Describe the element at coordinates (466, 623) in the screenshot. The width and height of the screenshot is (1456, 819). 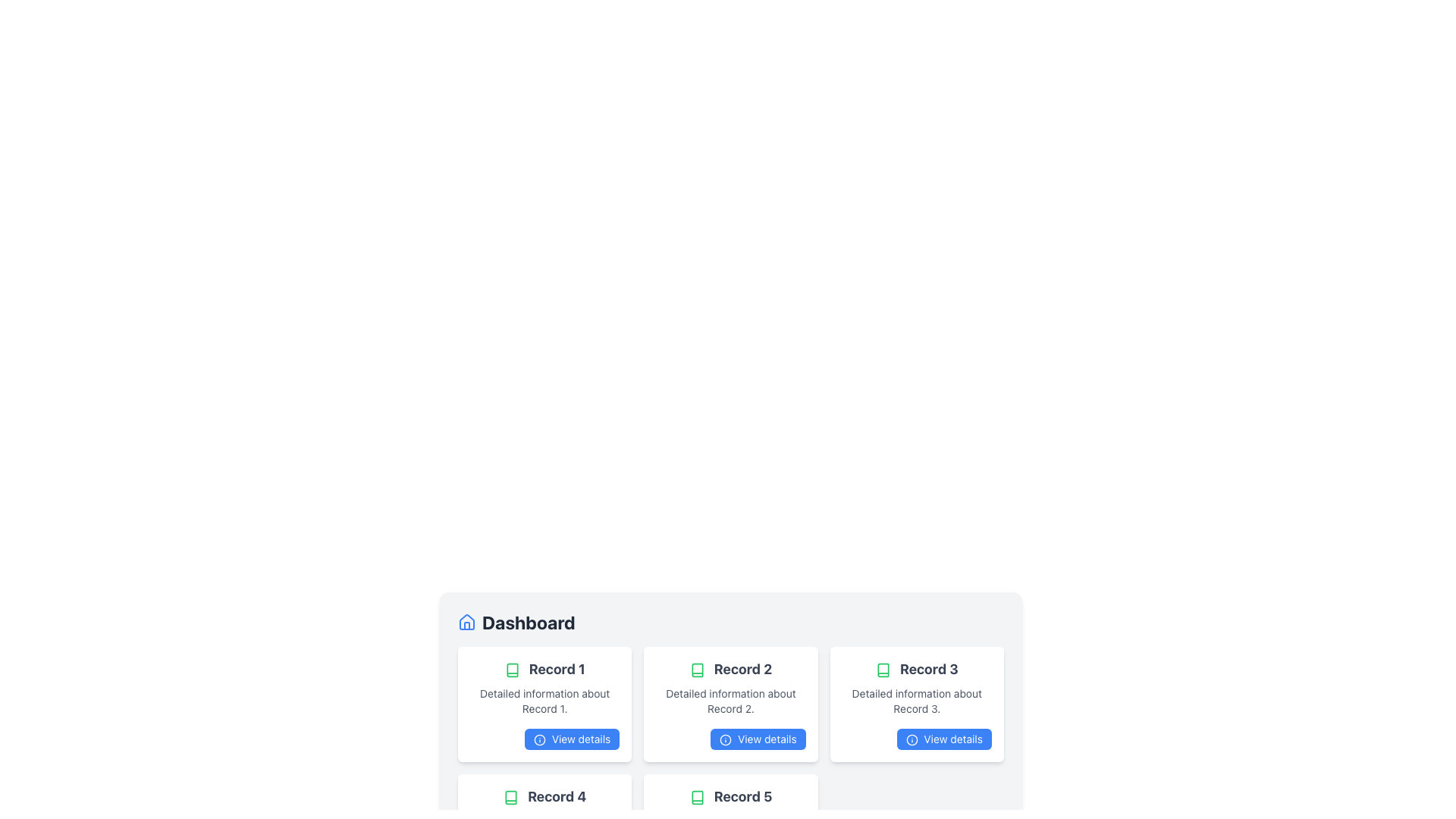
I see `the dashboard icon that serves as a visual marker for navigation, located at the top-left of the main content area` at that location.